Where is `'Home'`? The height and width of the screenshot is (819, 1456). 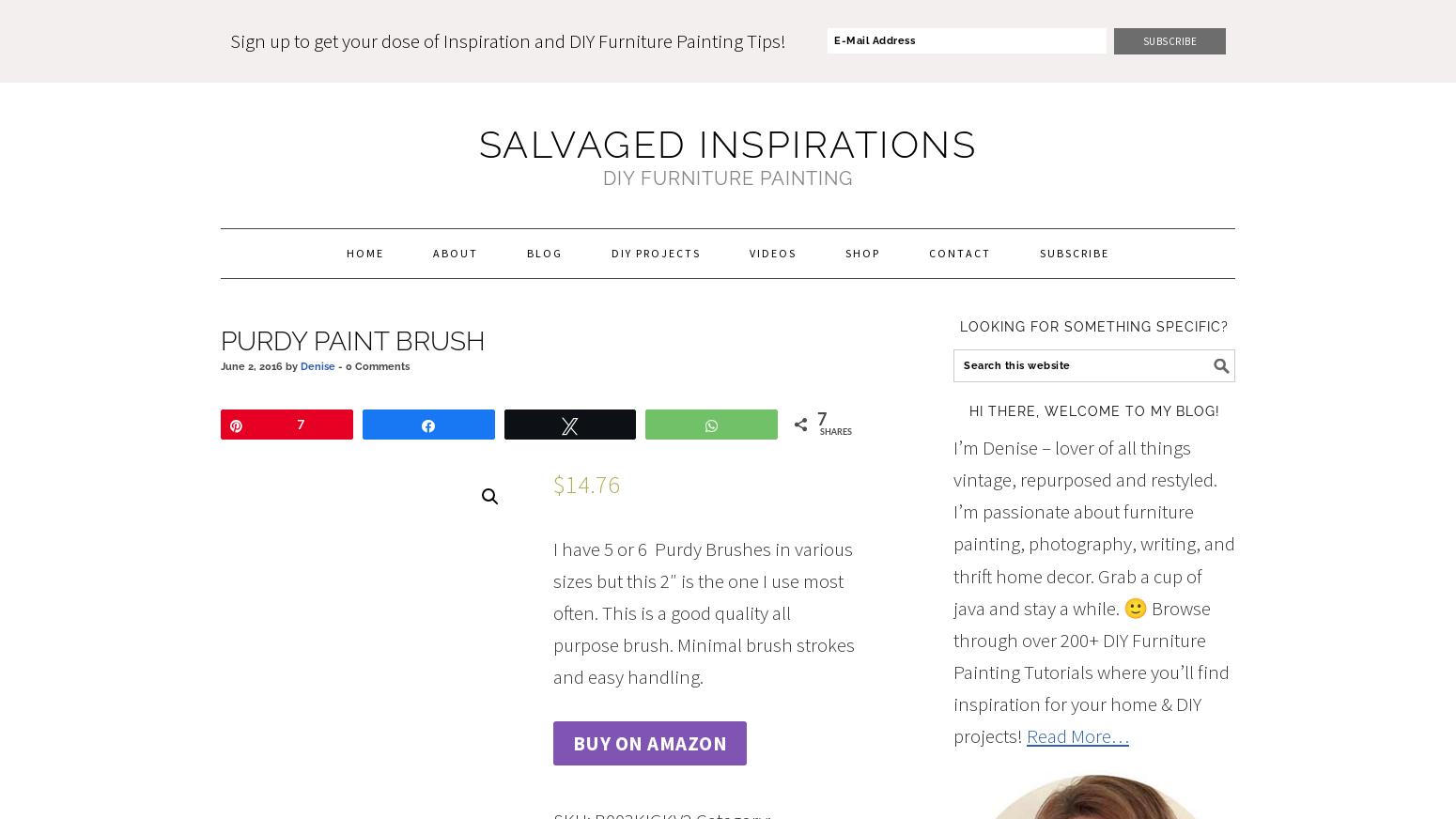 'Home' is located at coordinates (365, 251).